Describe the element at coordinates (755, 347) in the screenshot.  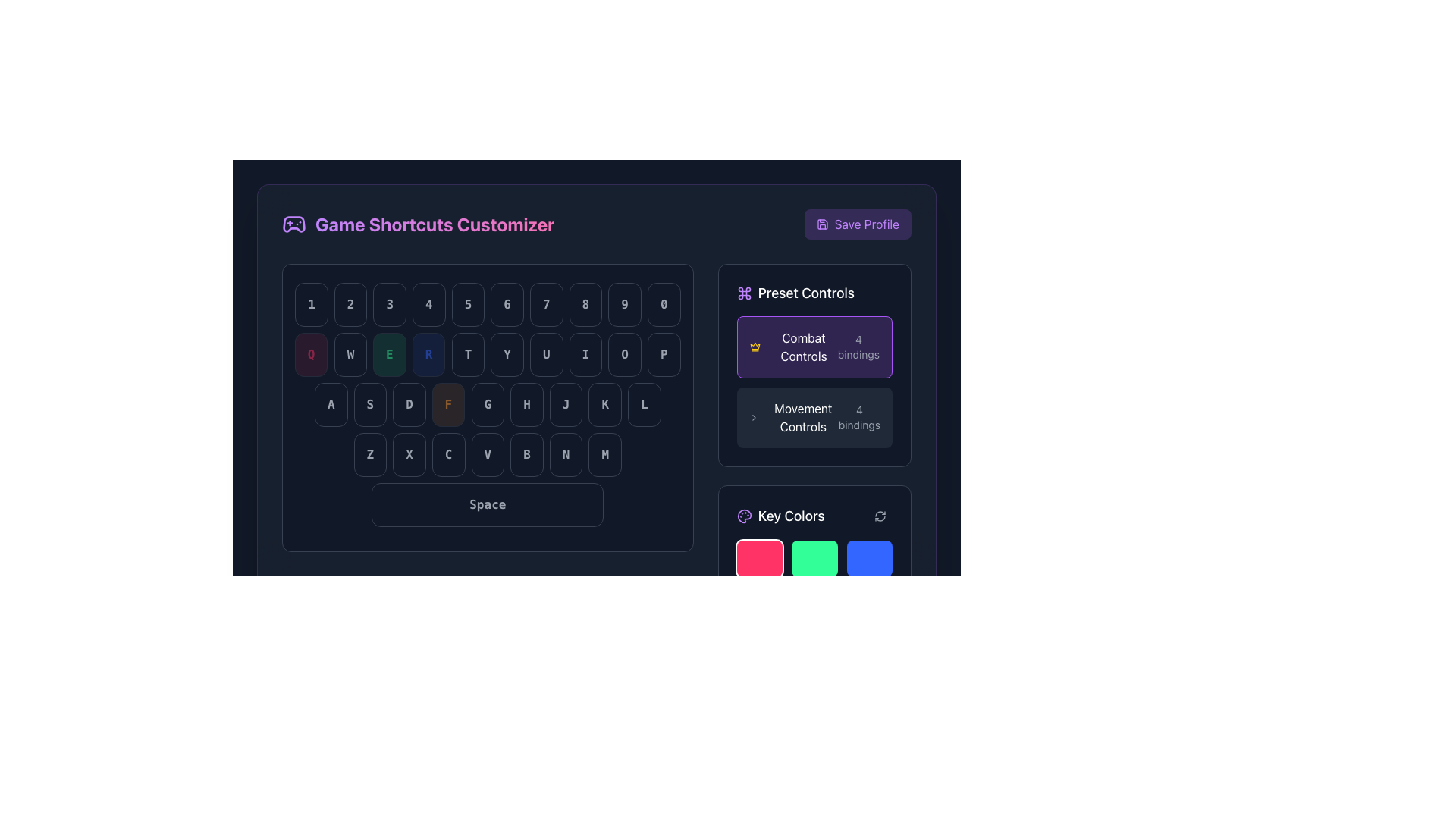
I see `the 'Combat Controls' icon located to the left of the 'Combat Controls' label in the 'Preset Controls' section` at that location.